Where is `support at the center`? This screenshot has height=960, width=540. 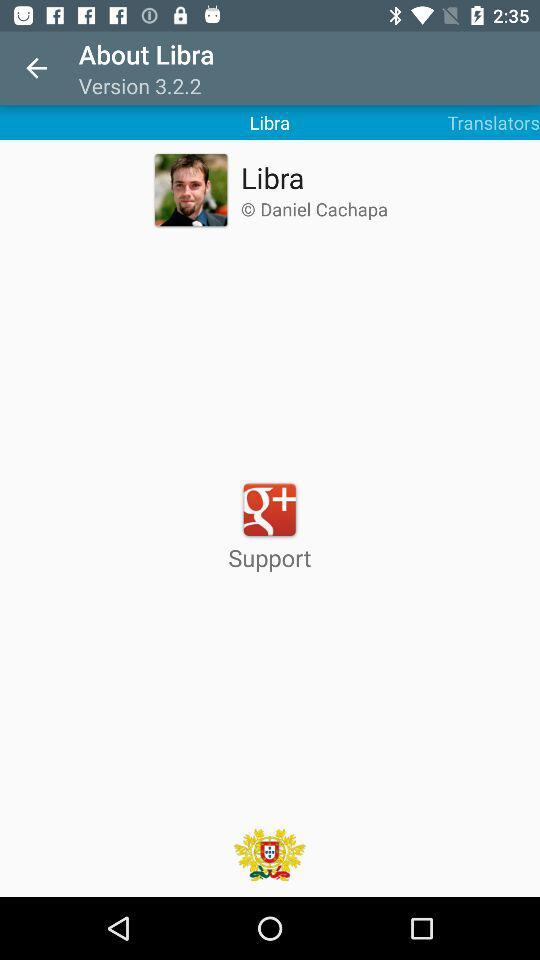 support at the center is located at coordinates (270, 525).